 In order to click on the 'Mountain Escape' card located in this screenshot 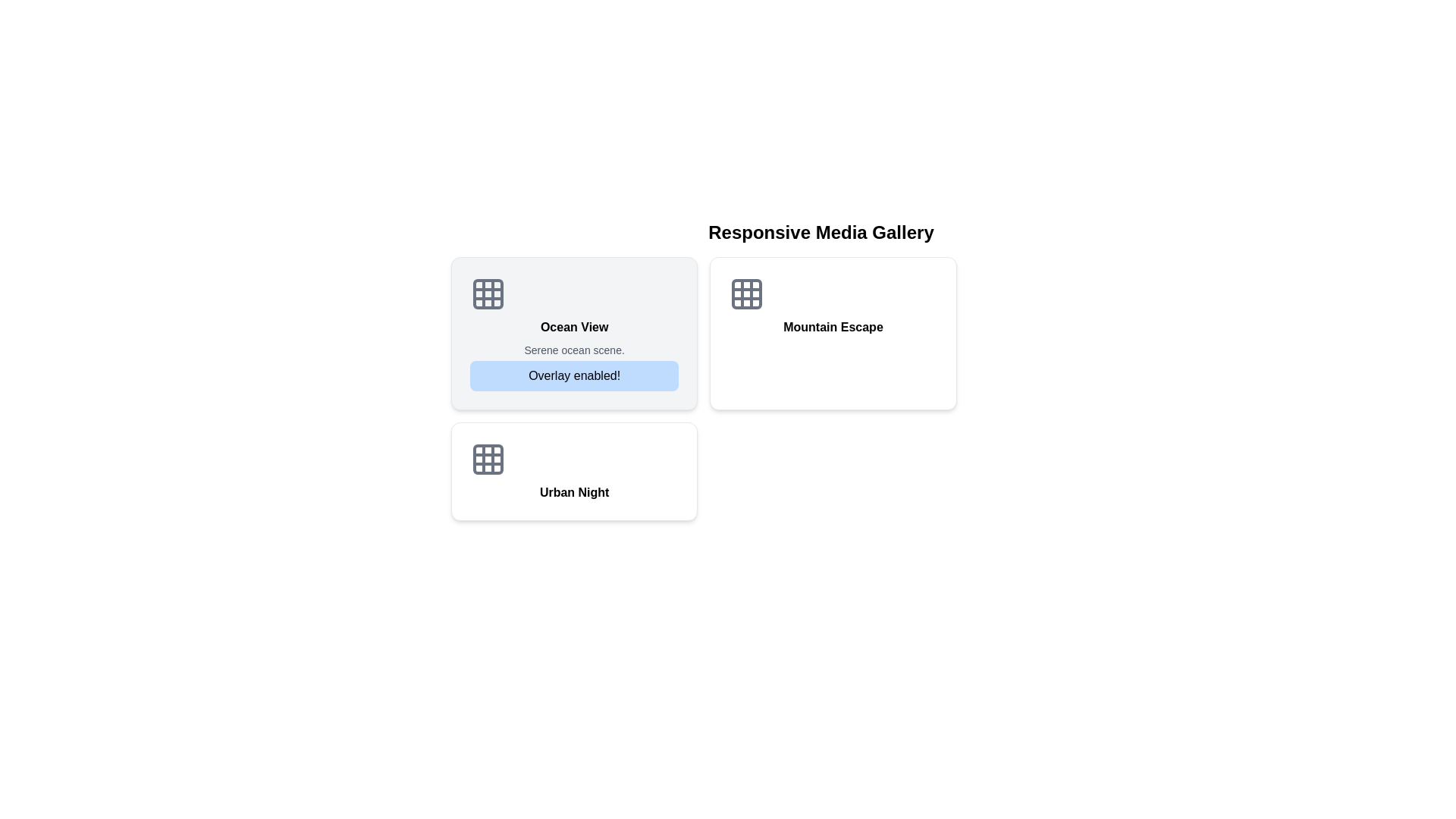, I will do `click(833, 332)`.